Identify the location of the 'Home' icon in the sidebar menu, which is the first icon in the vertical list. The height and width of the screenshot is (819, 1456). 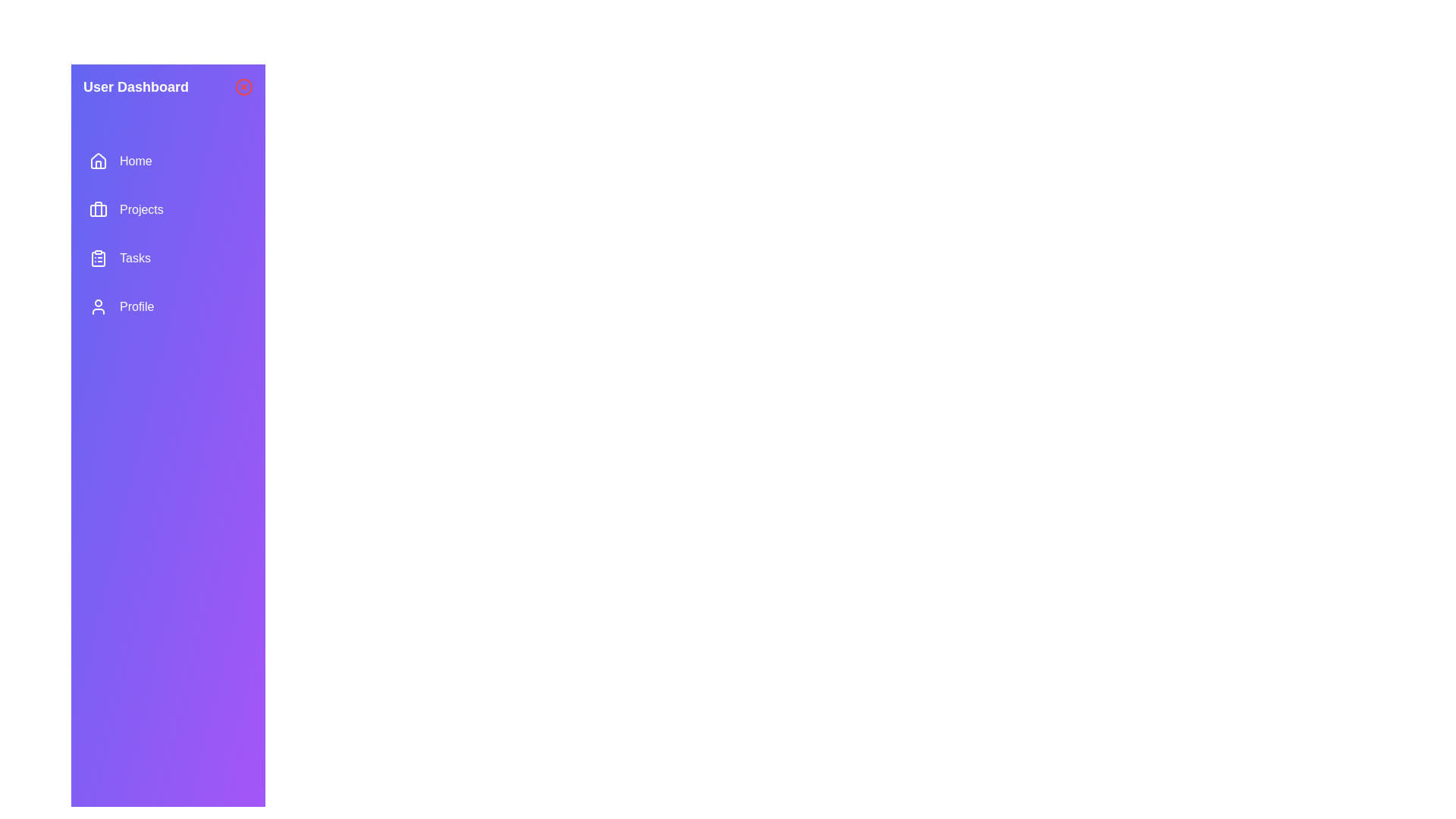
(97, 161).